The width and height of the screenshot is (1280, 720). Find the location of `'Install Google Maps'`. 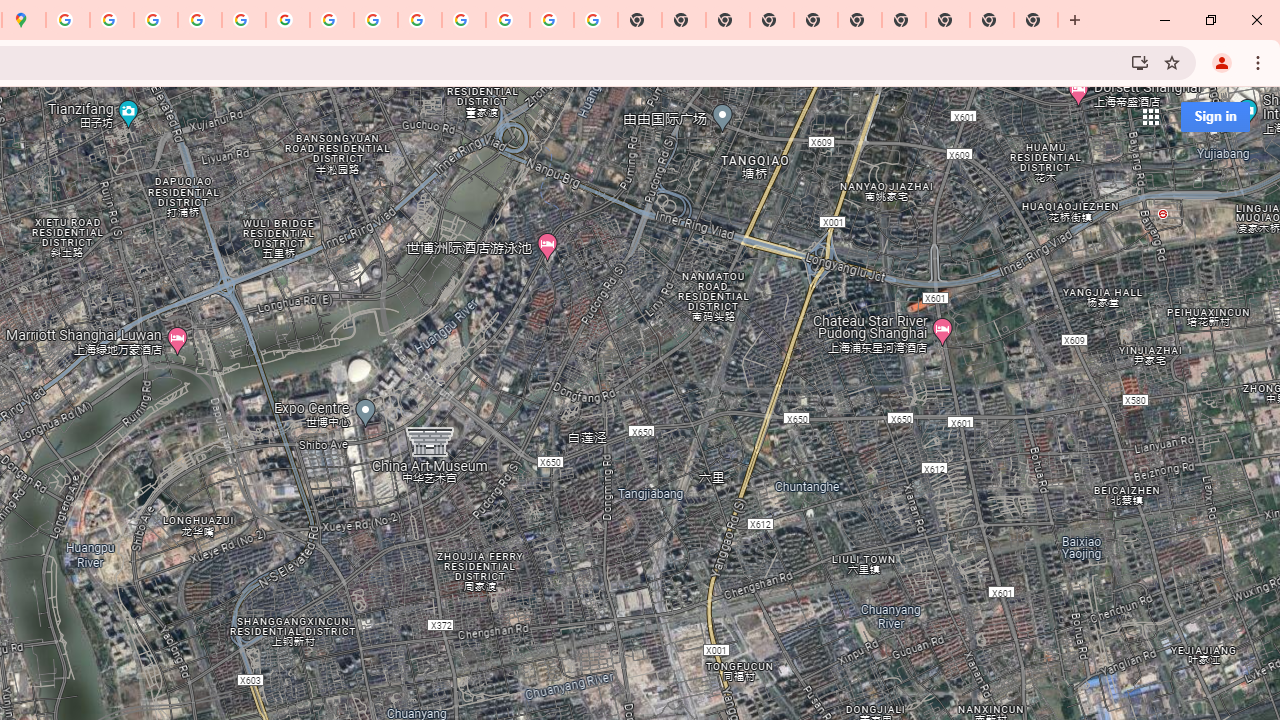

'Install Google Maps' is located at coordinates (1139, 61).